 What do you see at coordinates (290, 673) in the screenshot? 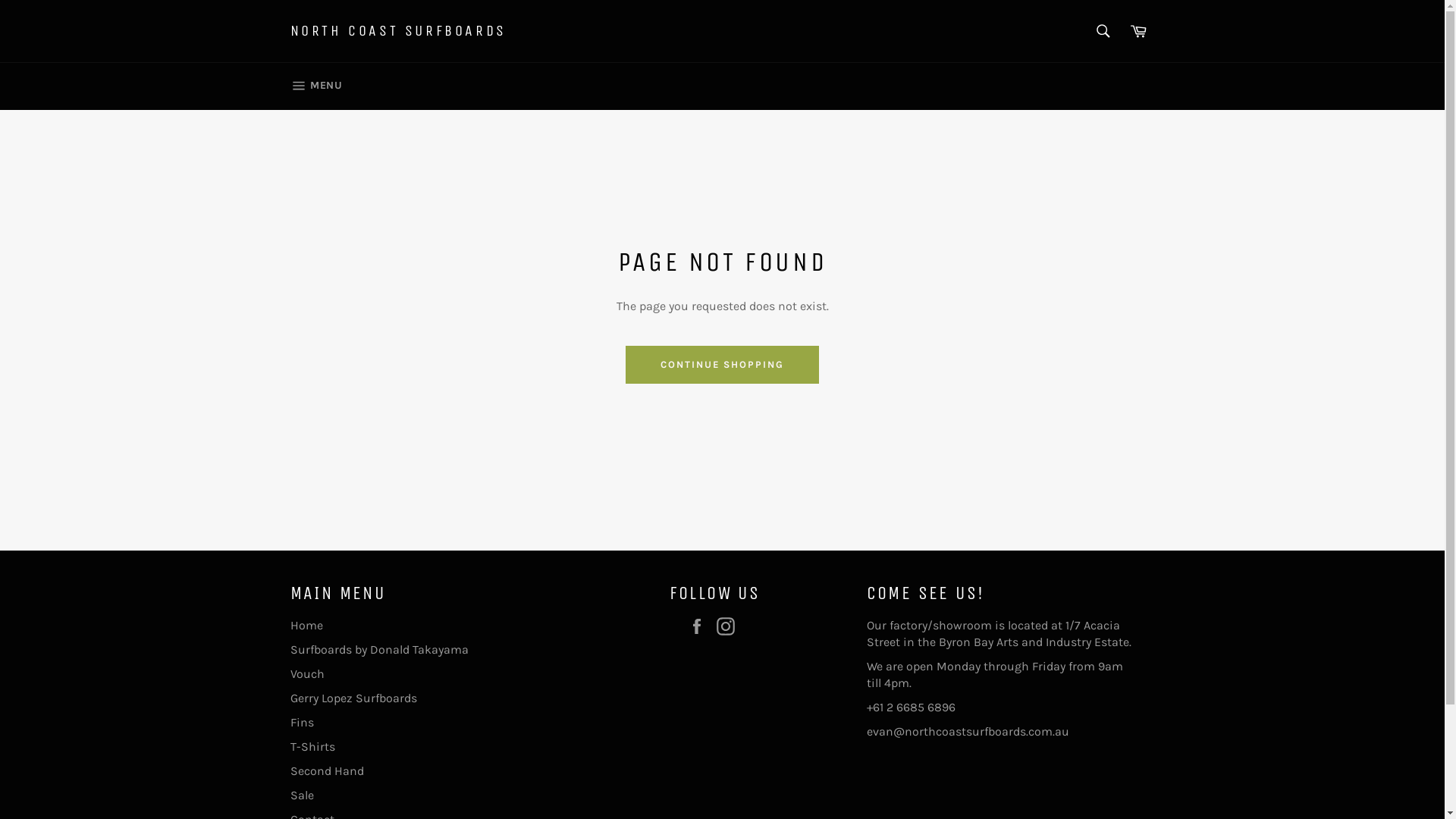
I see `'Vouch'` at bounding box center [290, 673].